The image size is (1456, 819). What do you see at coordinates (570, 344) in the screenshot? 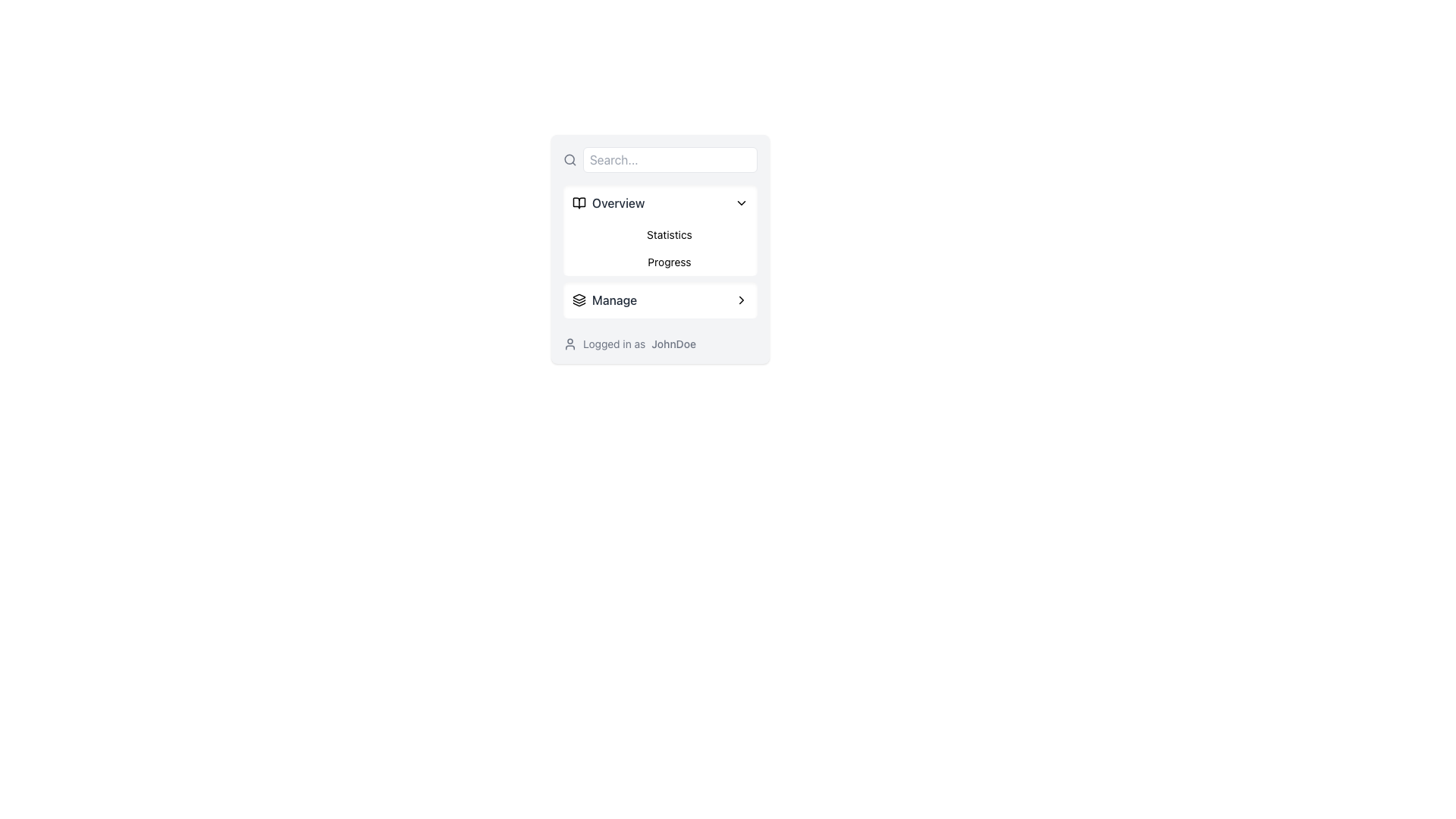
I see `the user icon located at the bottom left of the interface panel, which represents the logged-in user without text, positioned to the left of 'Logged in as JohnDoe'` at bounding box center [570, 344].